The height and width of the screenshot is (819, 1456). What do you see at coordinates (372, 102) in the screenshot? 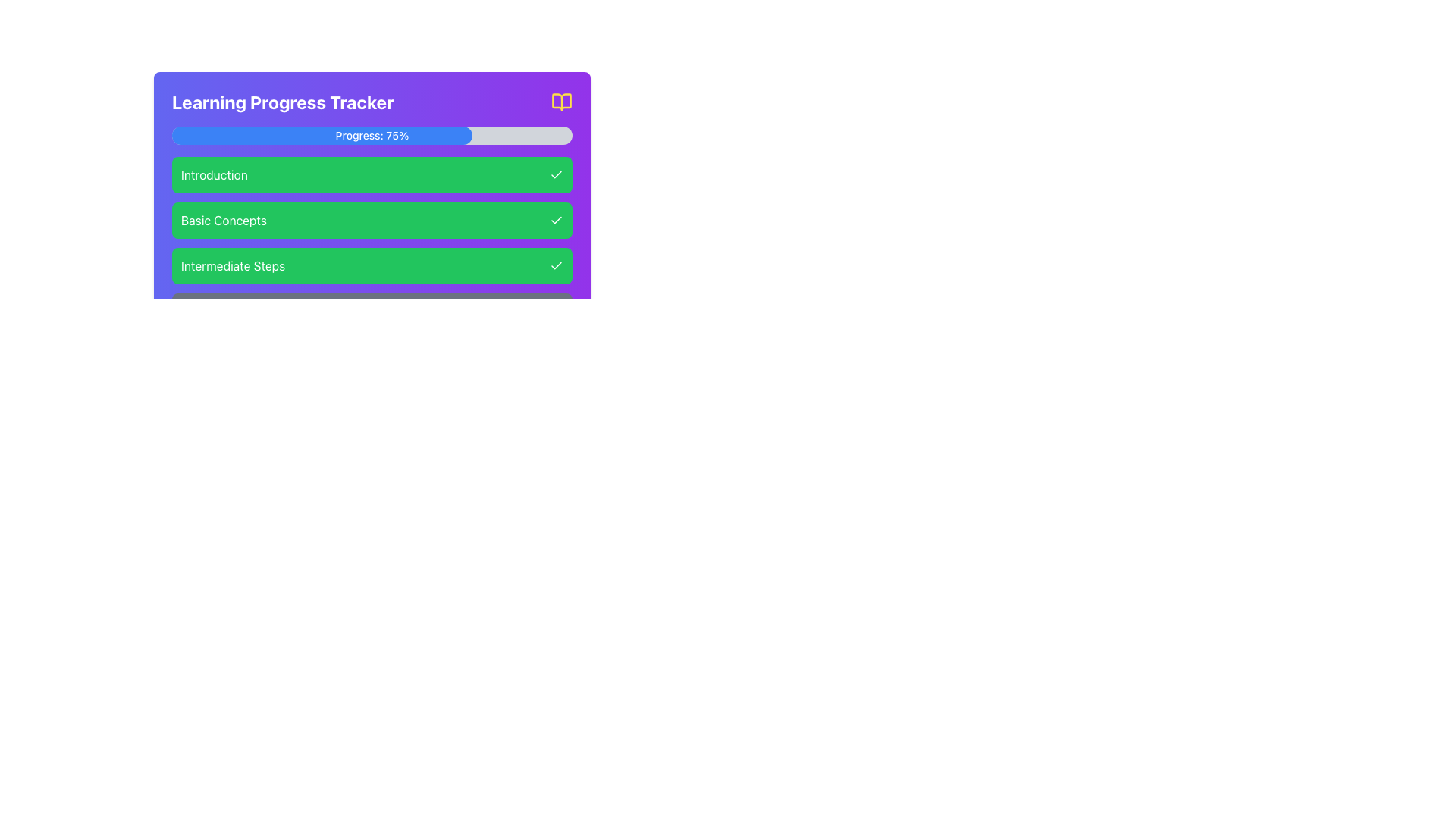
I see `the text label reading 'Learning Progress Tracker' which is styled in bold white font against a gradient purple background, located at the top of the learning progress tracker card` at bounding box center [372, 102].